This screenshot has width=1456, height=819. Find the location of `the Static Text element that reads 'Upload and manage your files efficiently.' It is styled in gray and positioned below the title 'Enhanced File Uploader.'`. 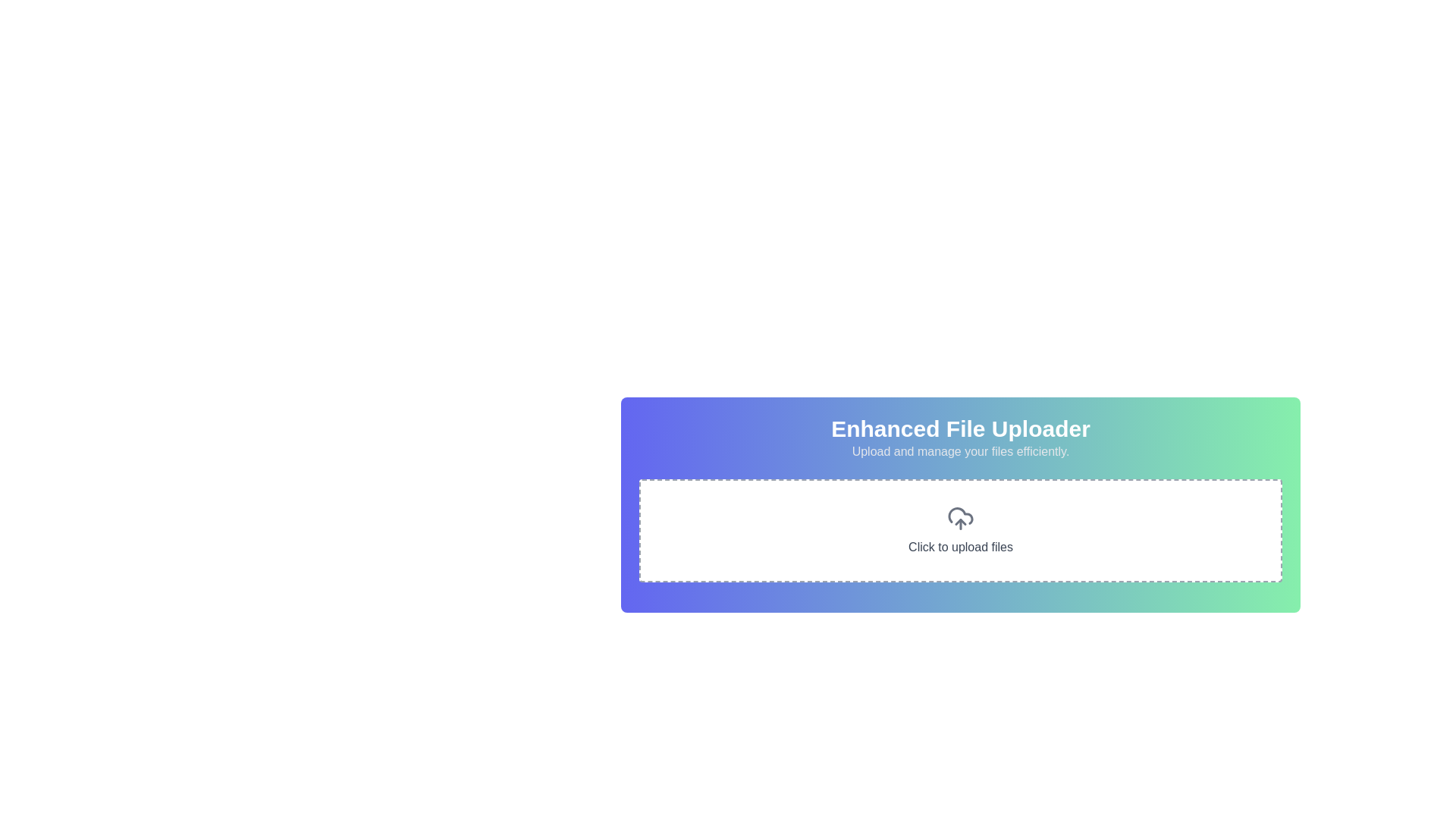

the Static Text element that reads 'Upload and manage your files efficiently.' It is styled in gray and positioned below the title 'Enhanced File Uploader.' is located at coordinates (960, 451).